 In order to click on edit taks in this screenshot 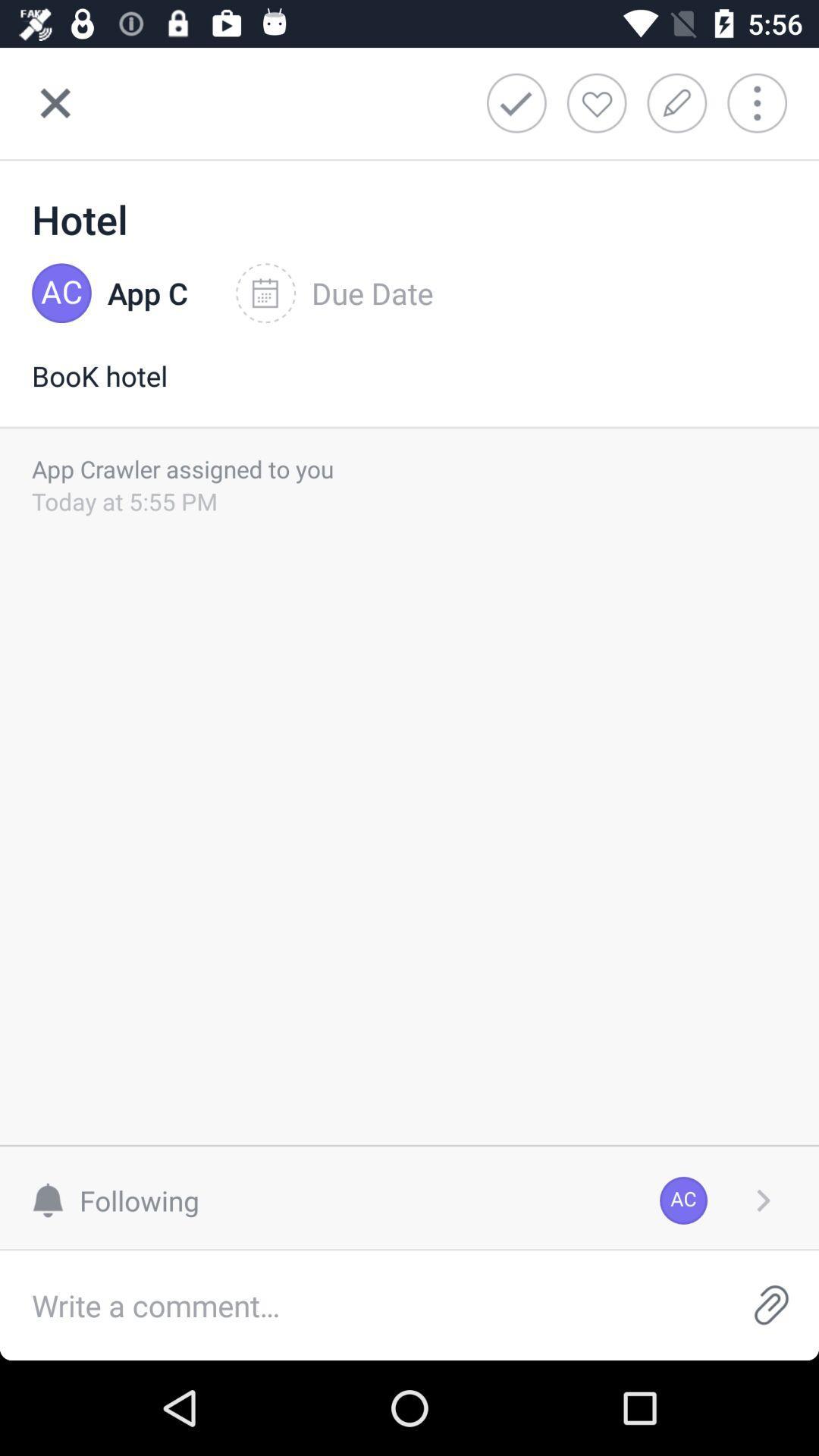, I will do `click(681, 102)`.